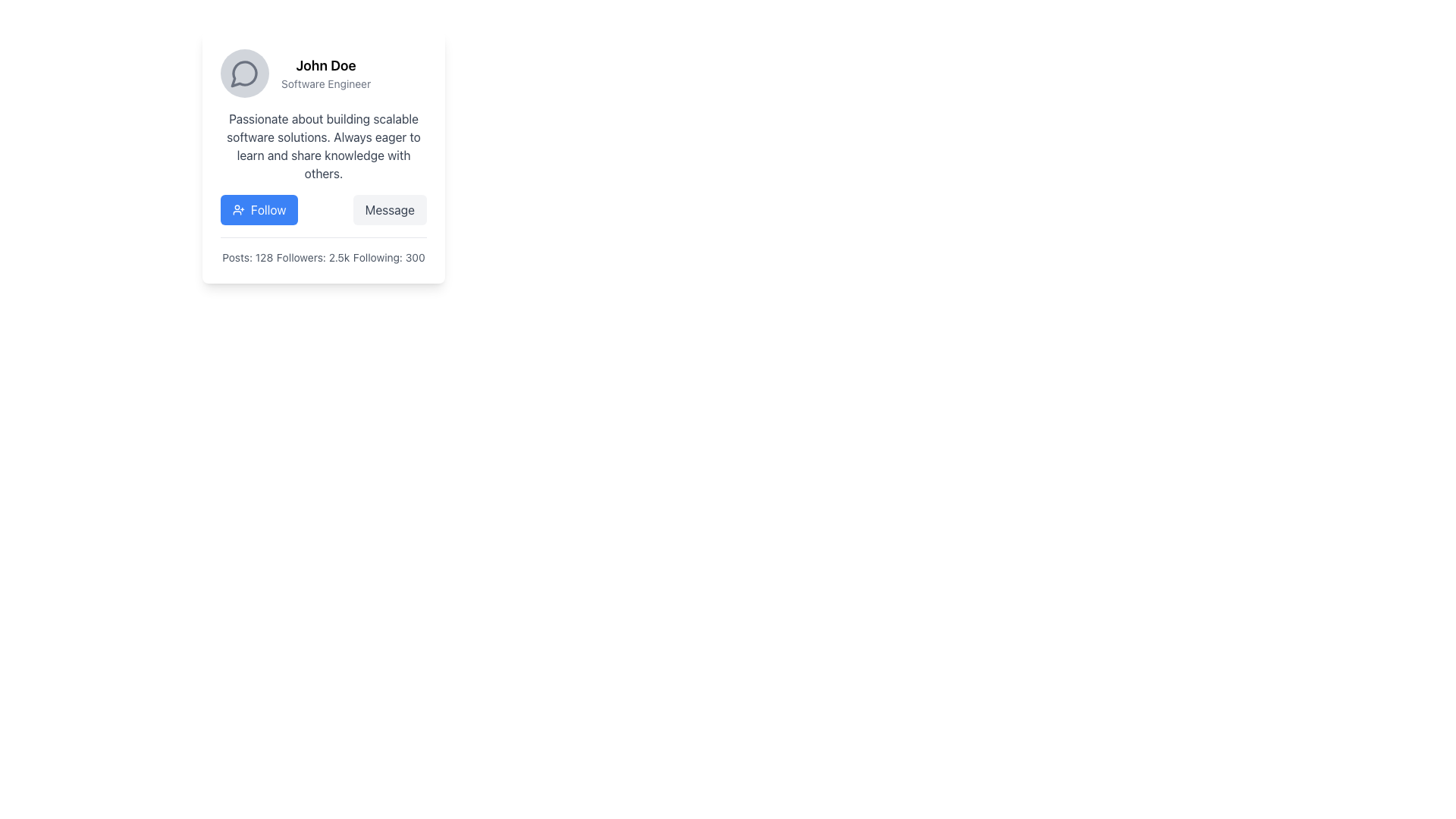 The width and height of the screenshot is (1456, 819). What do you see at coordinates (389, 256) in the screenshot?
I see `the text element displaying 'Following: 300', which is the third item in a horizontal list of user statistics on the profile card` at bounding box center [389, 256].